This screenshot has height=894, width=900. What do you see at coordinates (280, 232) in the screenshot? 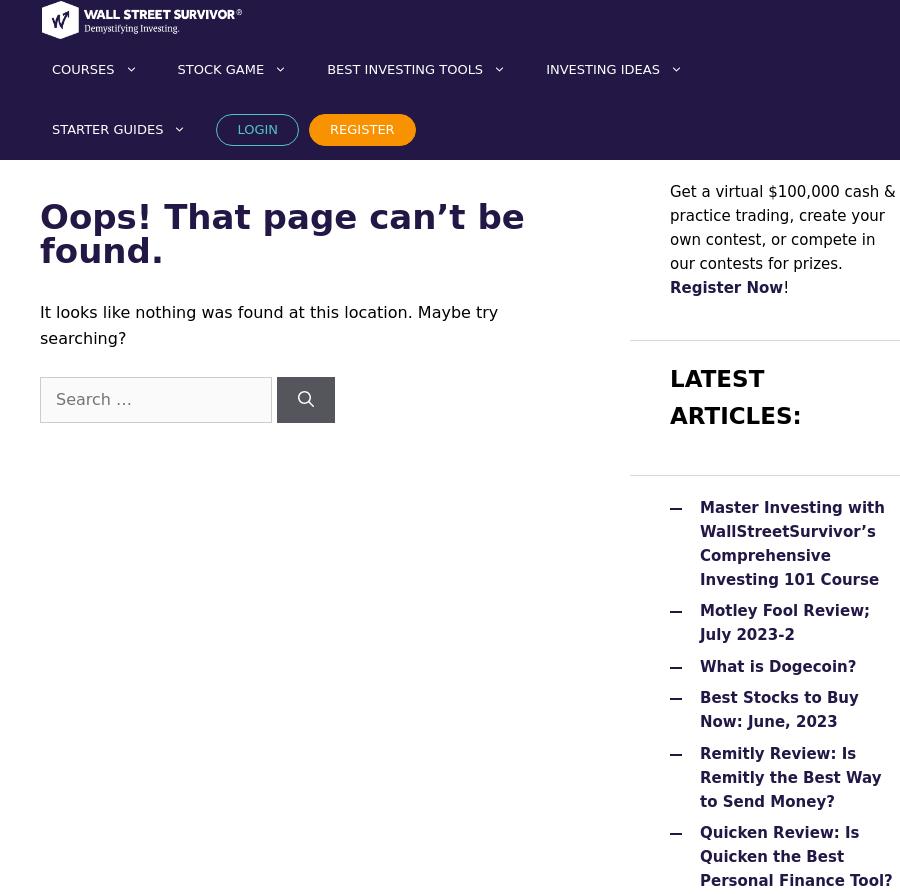
I see `'Oops! That page can’t be found.'` at bounding box center [280, 232].